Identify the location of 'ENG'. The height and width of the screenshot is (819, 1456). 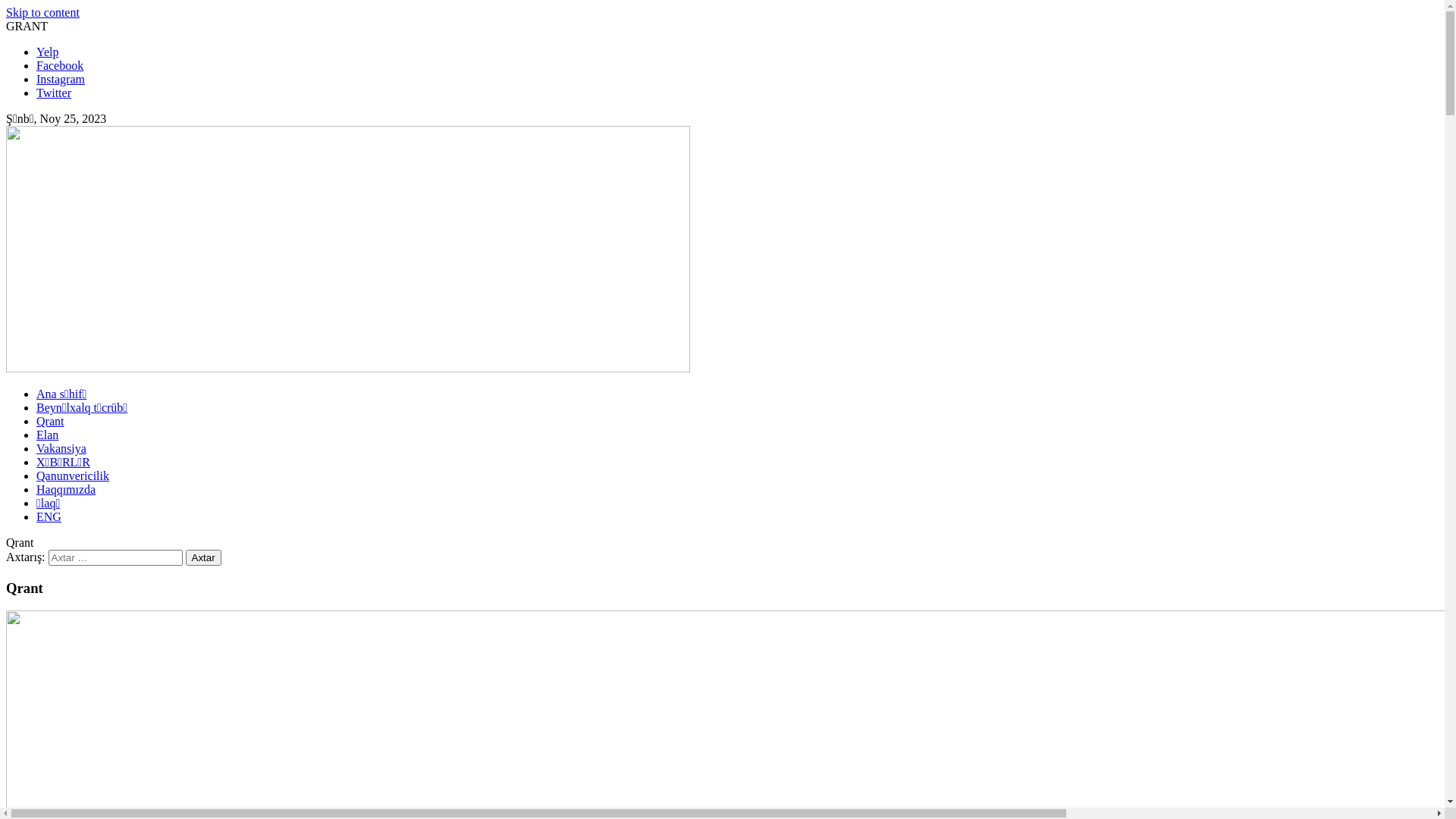
(49, 516).